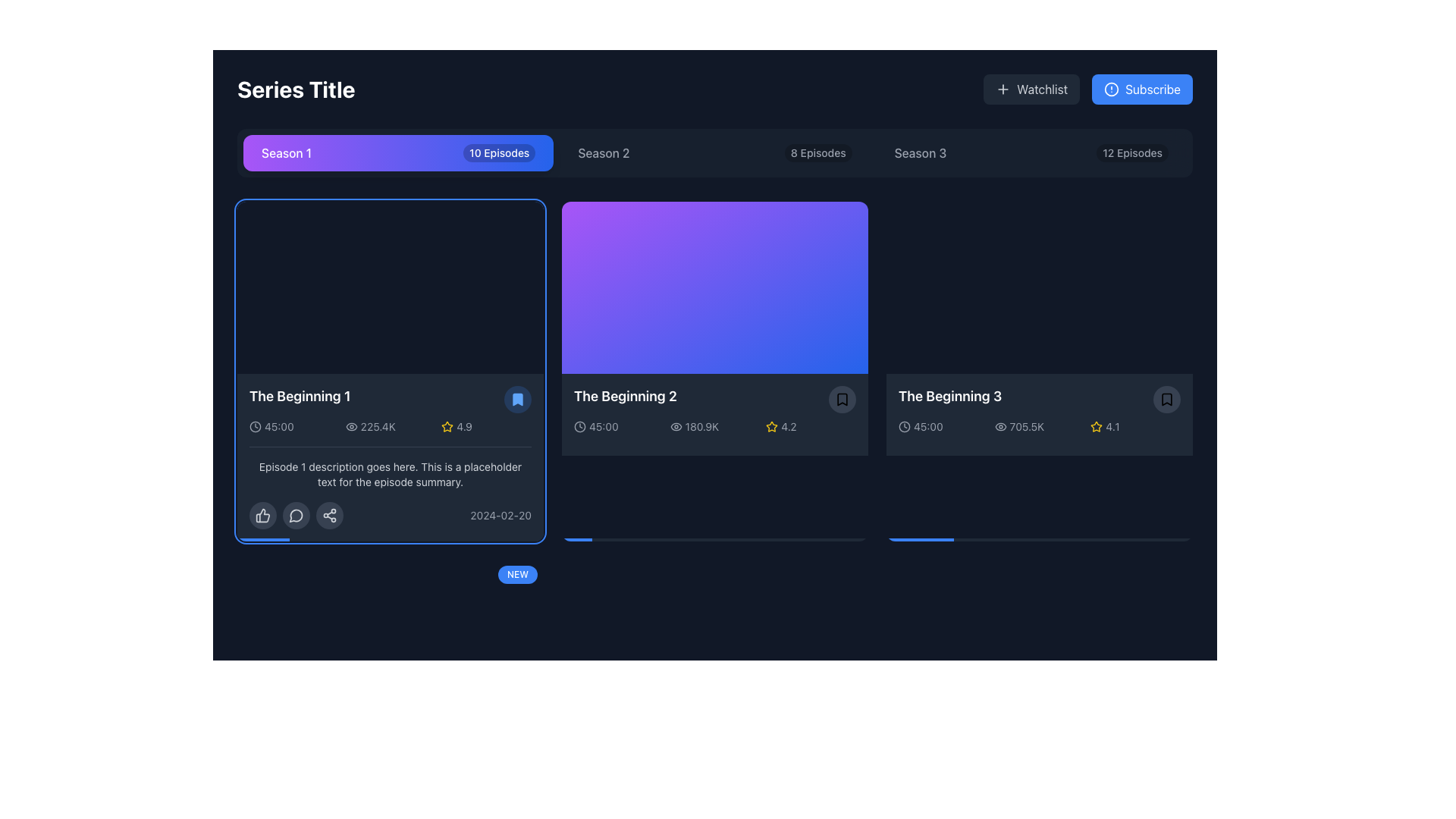 Image resolution: width=1456 pixels, height=819 pixels. I want to click on the 'New' badge located in the top-right corner of the card displaying information about a series or episode, so click(517, 575).